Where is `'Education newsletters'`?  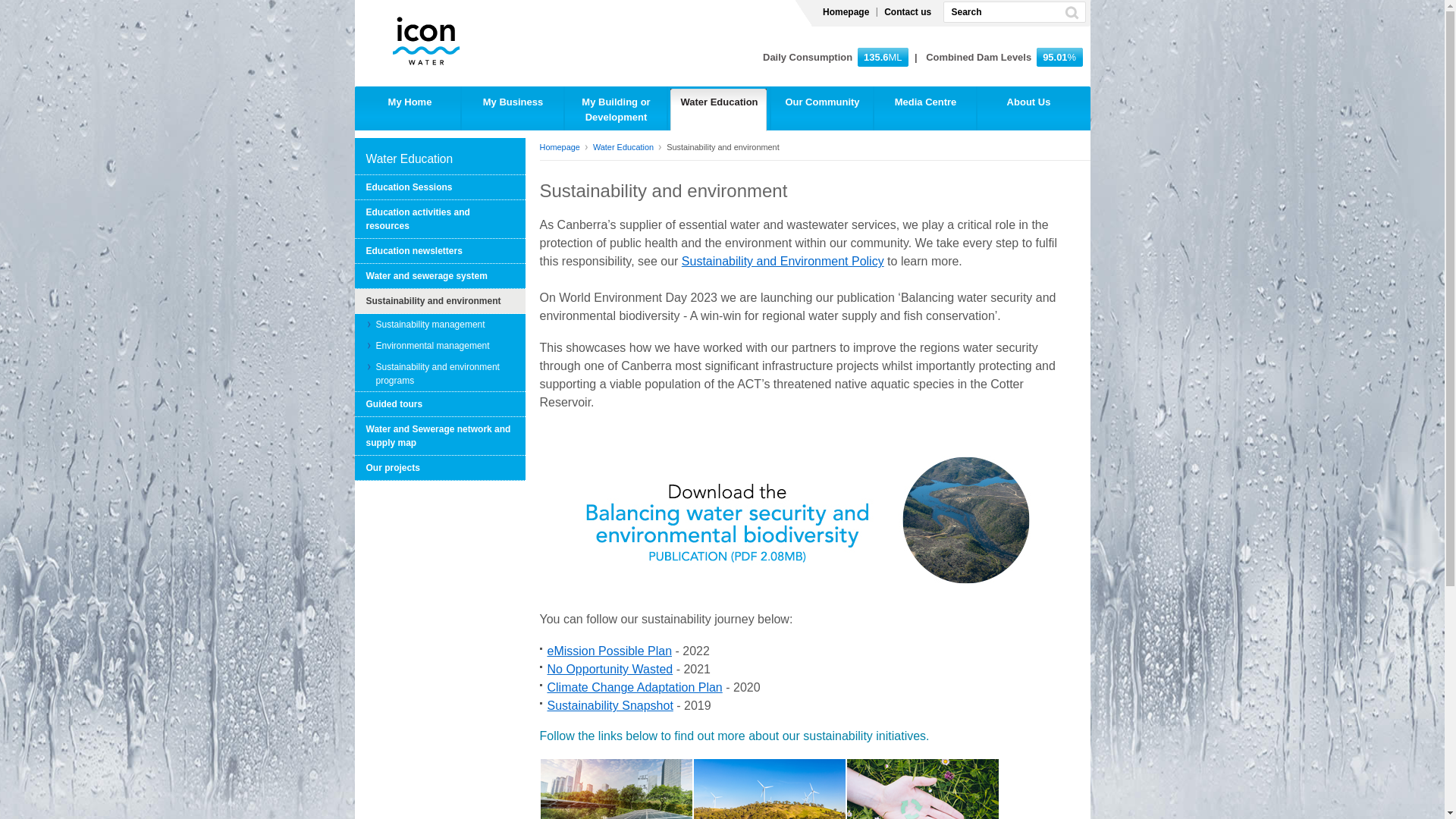
'Education newsletters' is located at coordinates (353, 250).